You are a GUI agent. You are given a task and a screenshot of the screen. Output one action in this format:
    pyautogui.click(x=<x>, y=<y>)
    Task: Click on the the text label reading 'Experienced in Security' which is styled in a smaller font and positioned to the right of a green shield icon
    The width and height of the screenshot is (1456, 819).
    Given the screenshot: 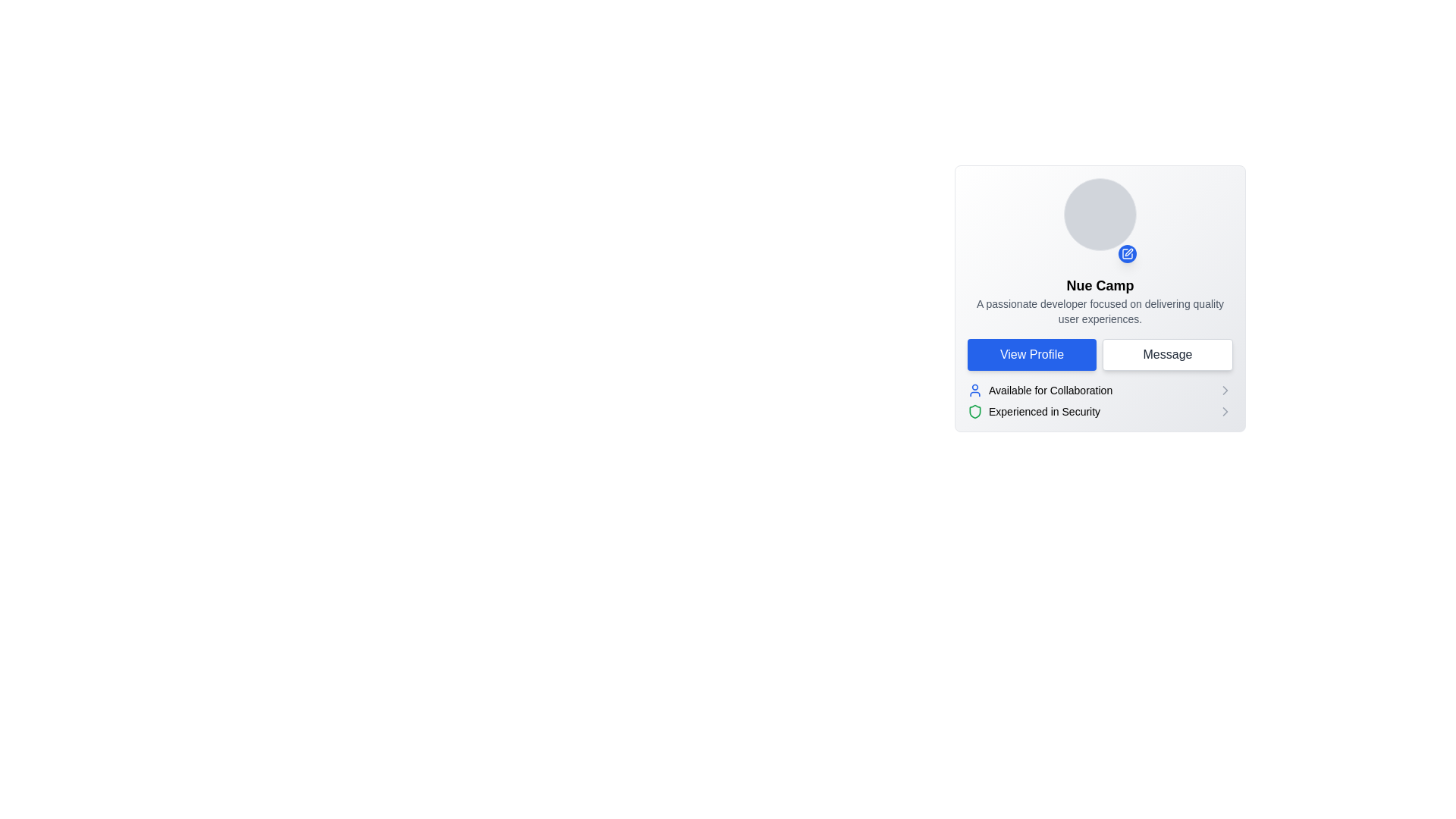 What is the action you would take?
    pyautogui.click(x=1043, y=412)
    